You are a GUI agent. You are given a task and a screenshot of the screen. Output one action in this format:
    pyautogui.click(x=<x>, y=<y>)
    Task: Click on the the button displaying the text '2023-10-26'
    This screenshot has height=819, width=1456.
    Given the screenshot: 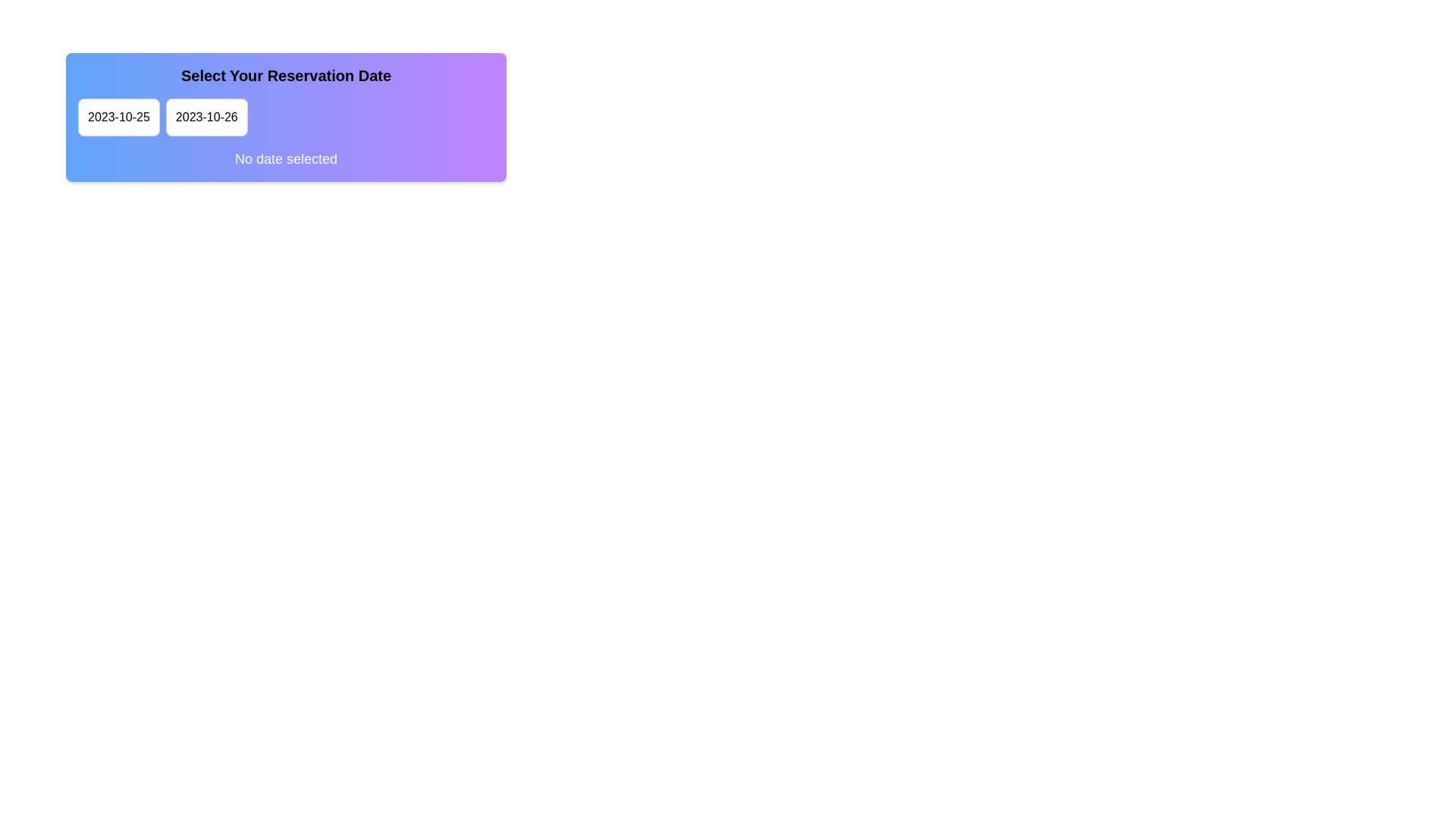 What is the action you would take?
    pyautogui.click(x=206, y=116)
    